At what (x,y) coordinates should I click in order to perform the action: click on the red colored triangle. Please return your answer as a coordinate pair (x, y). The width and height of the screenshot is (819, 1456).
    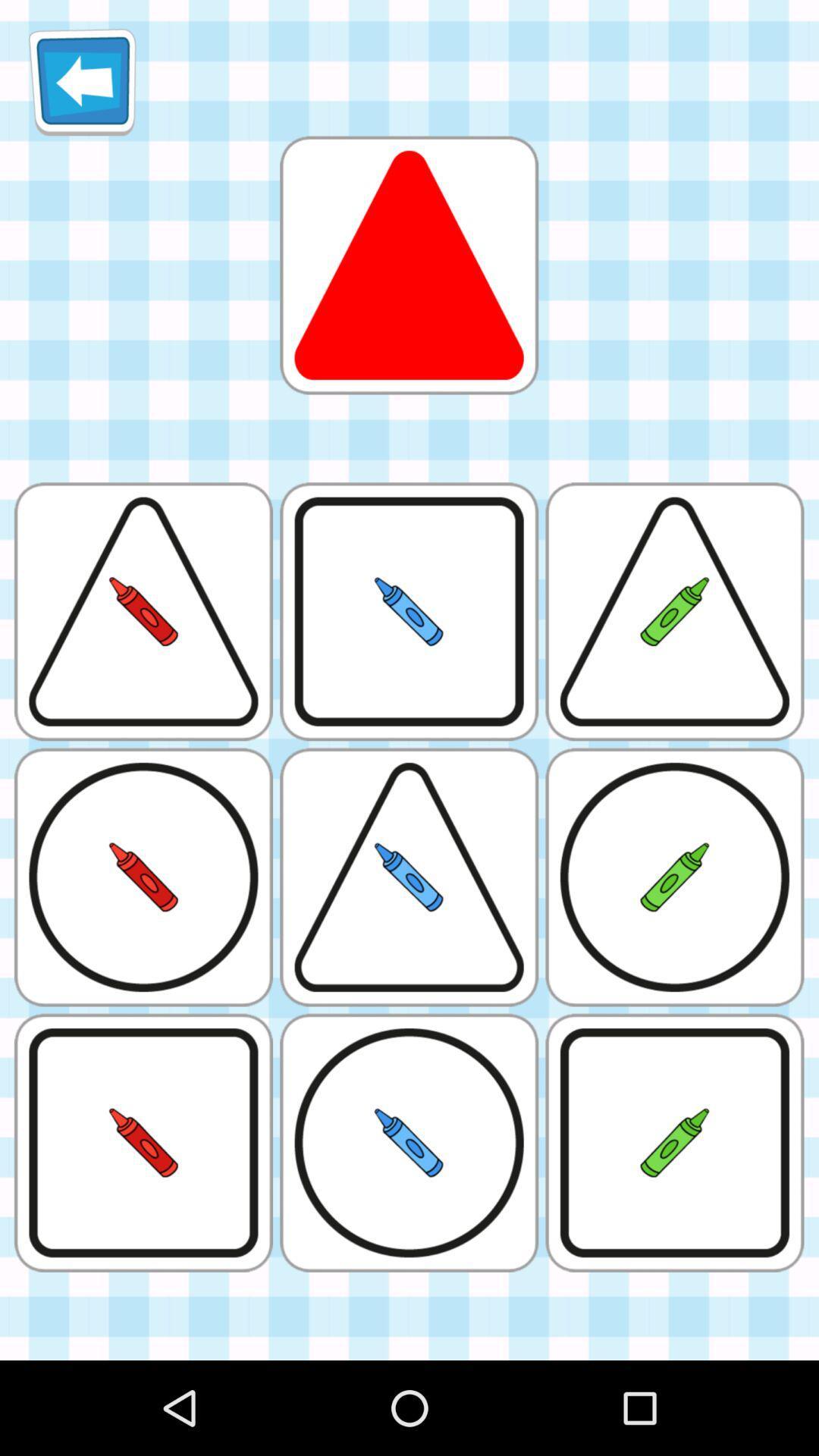
    Looking at the image, I should click on (409, 265).